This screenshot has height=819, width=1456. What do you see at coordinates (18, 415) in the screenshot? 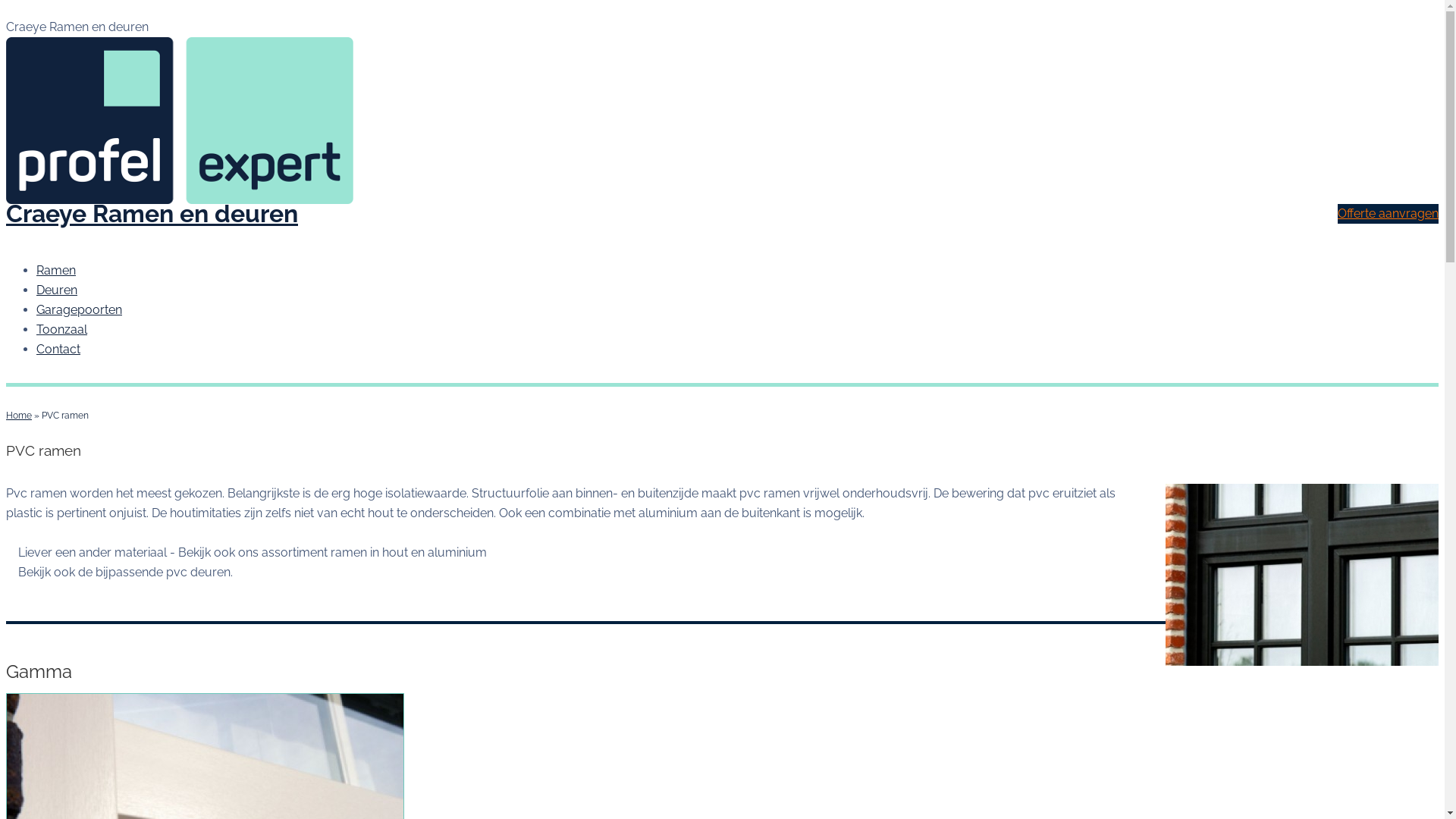
I see `'Home'` at bounding box center [18, 415].